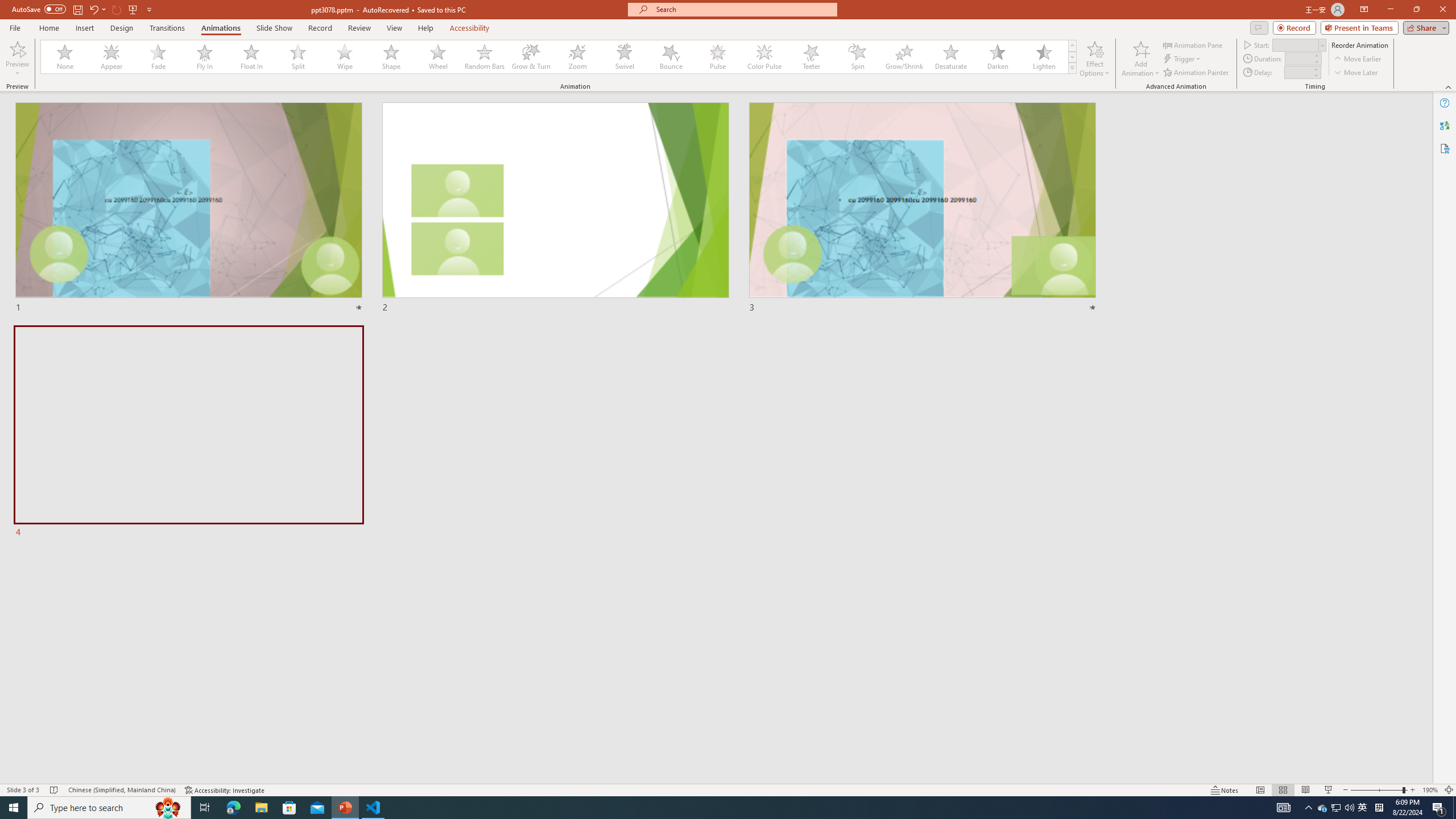  I want to click on 'Trigger', so click(1182, 59).